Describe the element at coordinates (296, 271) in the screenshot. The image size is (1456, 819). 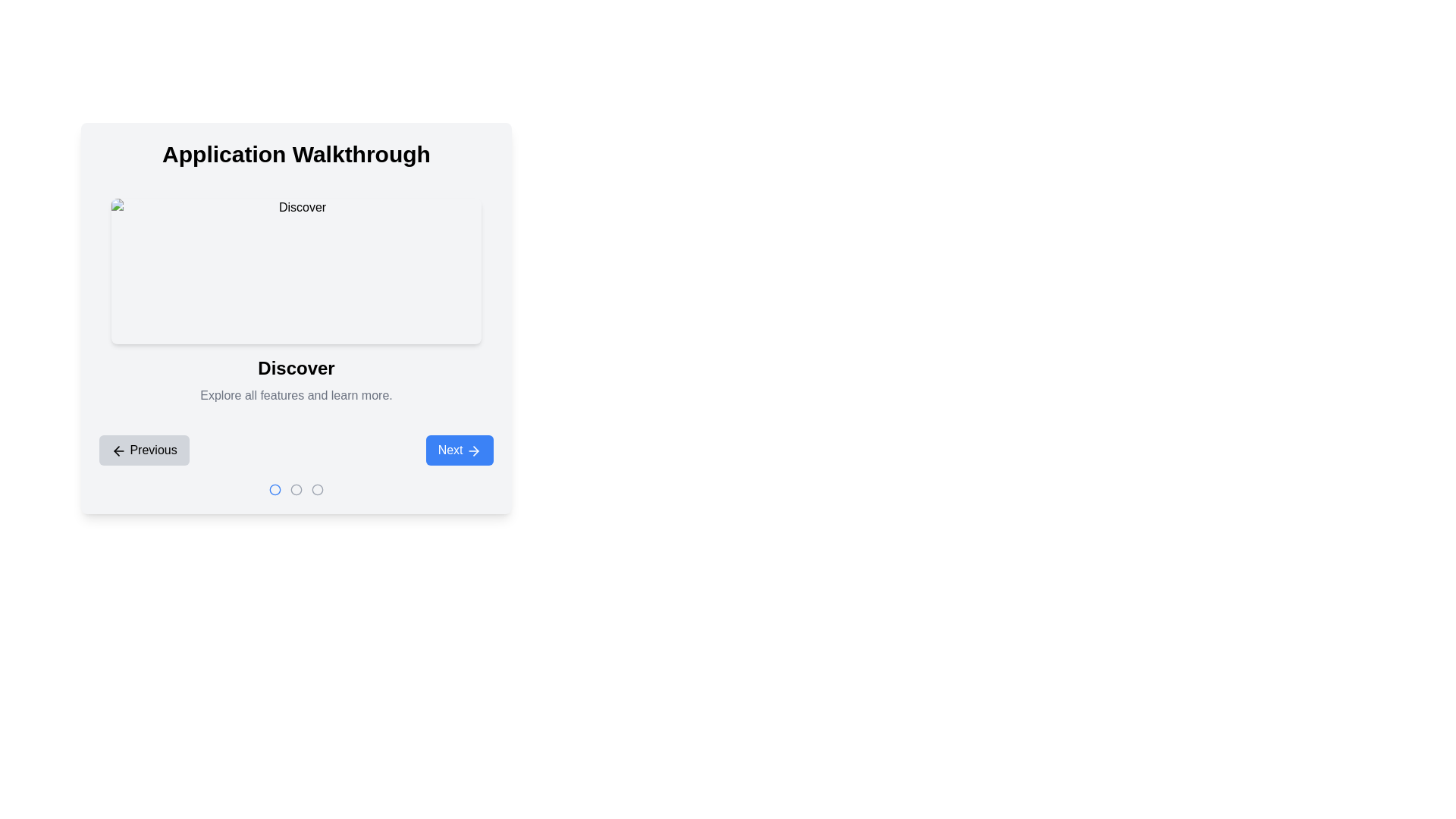
I see `the Placeholder Image located at the top of the 'Discover' section, which serves as a thumbnail for visual content` at that location.